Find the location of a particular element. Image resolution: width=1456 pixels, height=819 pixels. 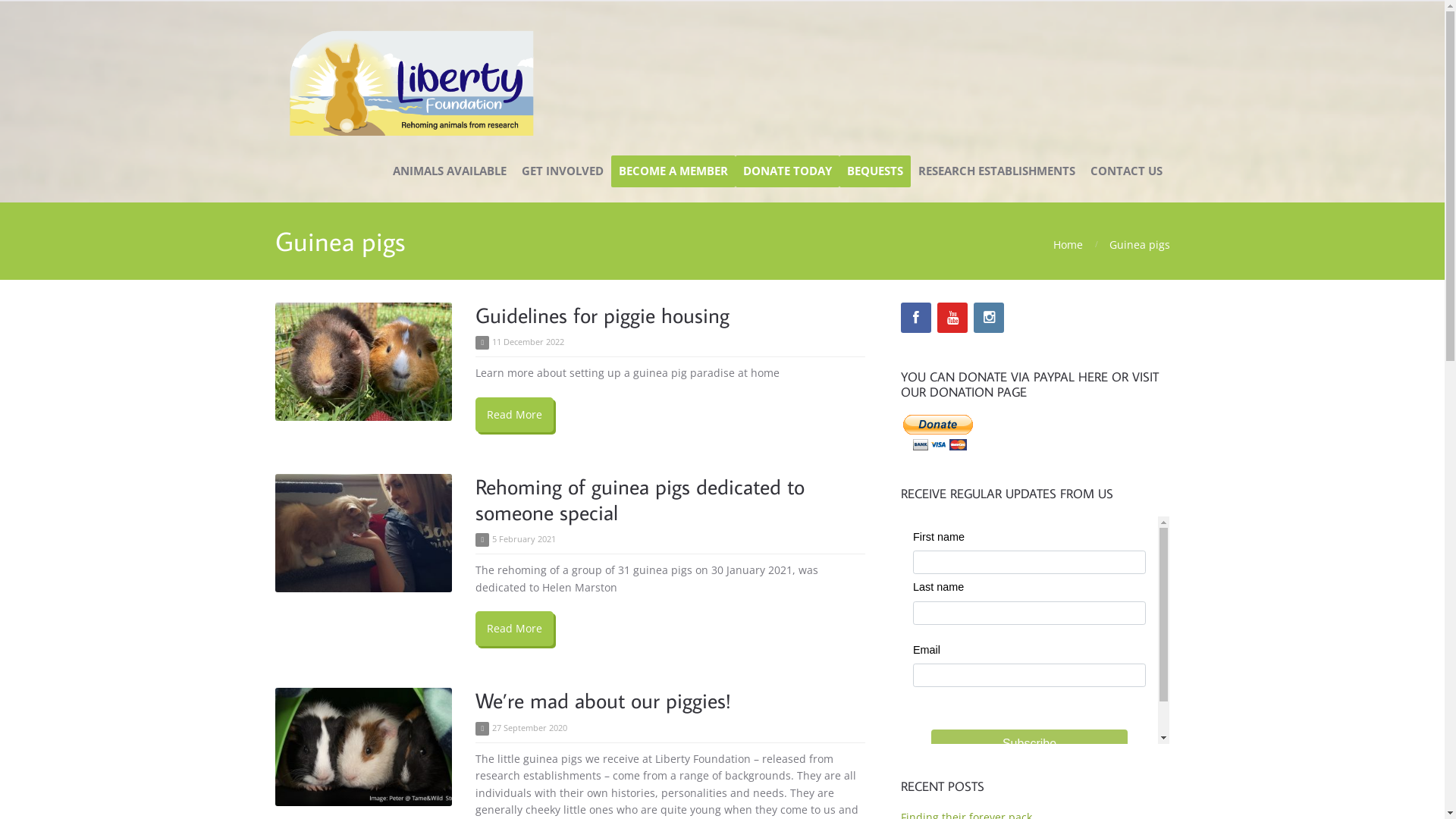

'Read More' is located at coordinates (514, 629).